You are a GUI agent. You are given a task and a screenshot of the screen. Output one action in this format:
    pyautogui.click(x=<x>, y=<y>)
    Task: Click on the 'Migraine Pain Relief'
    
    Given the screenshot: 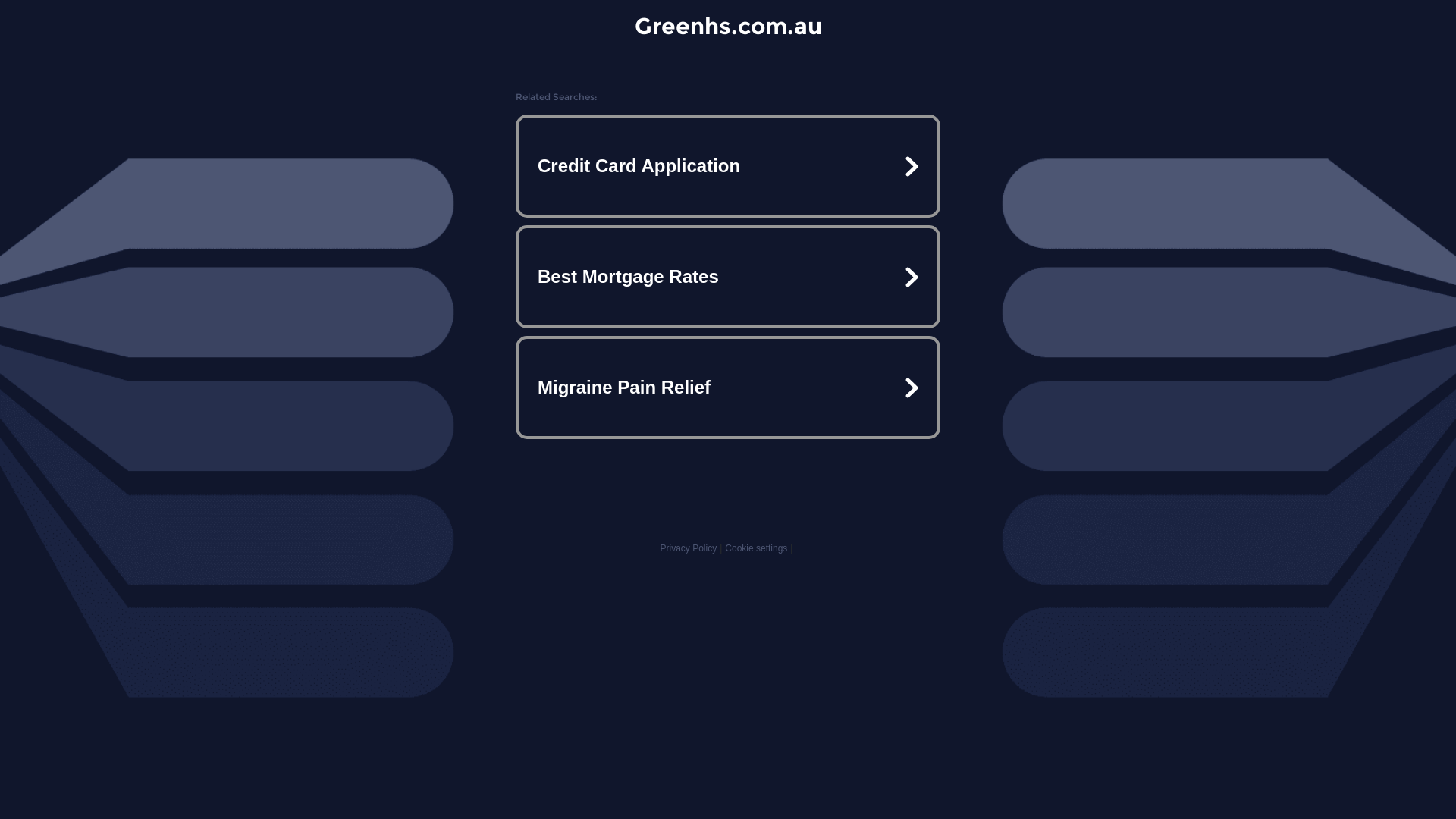 What is the action you would take?
    pyautogui.click(x=728, y=386)
    